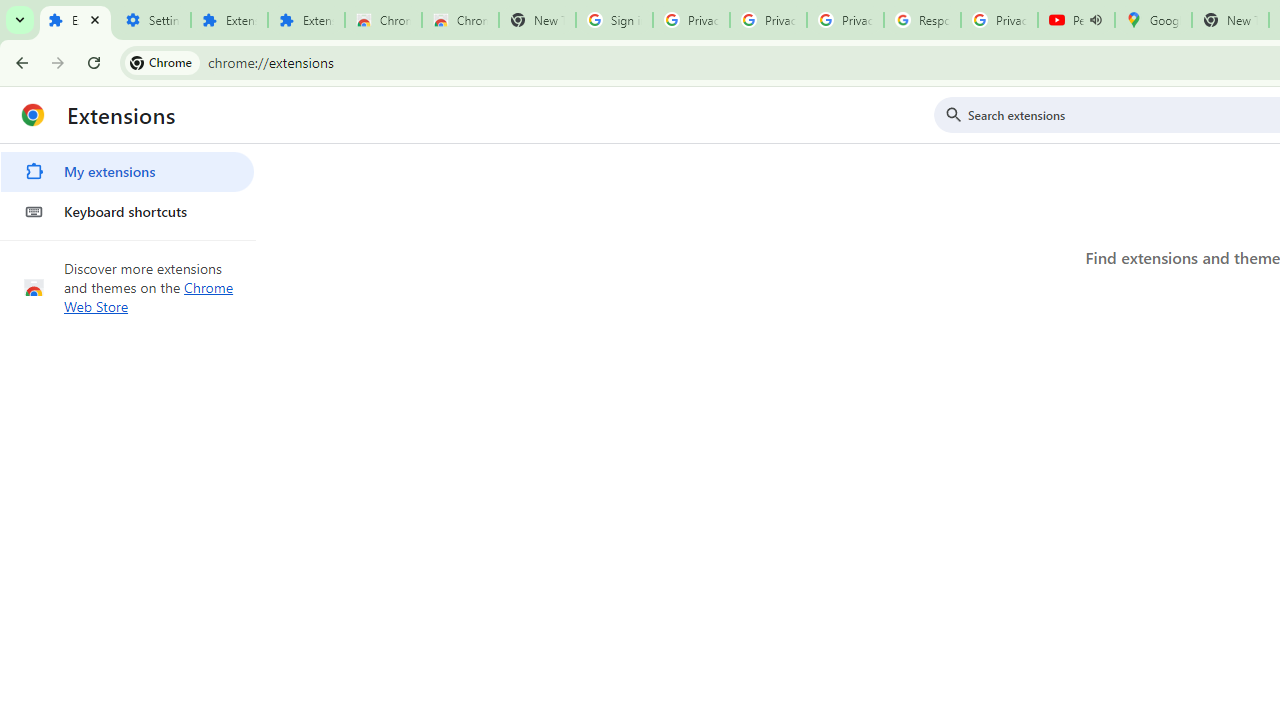  What do you see at coordinates (1094, 20) in the screenshot?
I see `'Mute tab'` at bounding box center [1094, 20].